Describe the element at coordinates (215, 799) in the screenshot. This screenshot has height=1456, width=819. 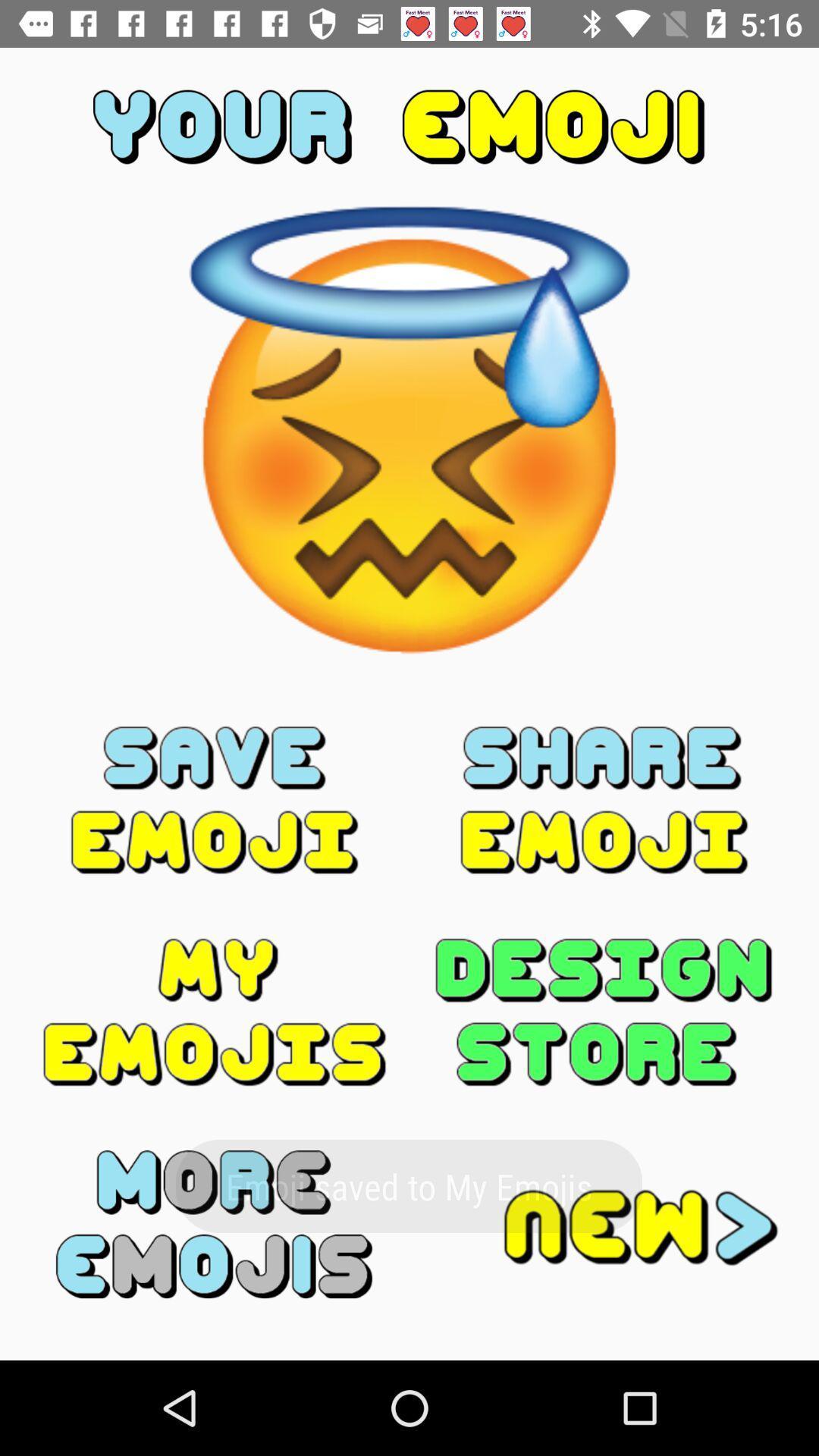
I see `emoji` at that location.